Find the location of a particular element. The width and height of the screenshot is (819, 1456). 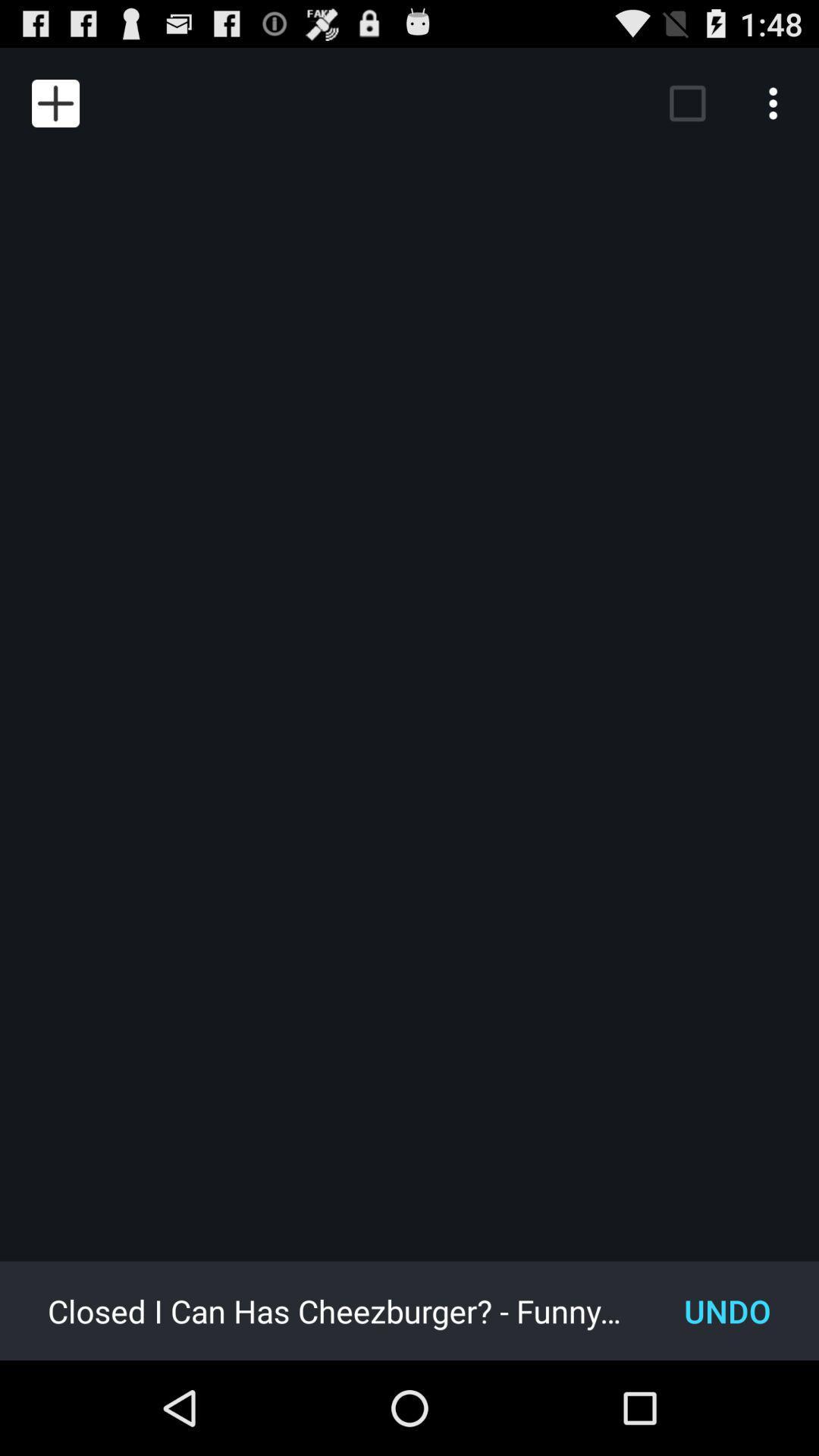

the icon above the undo icon is located at coordinates (777, 102).